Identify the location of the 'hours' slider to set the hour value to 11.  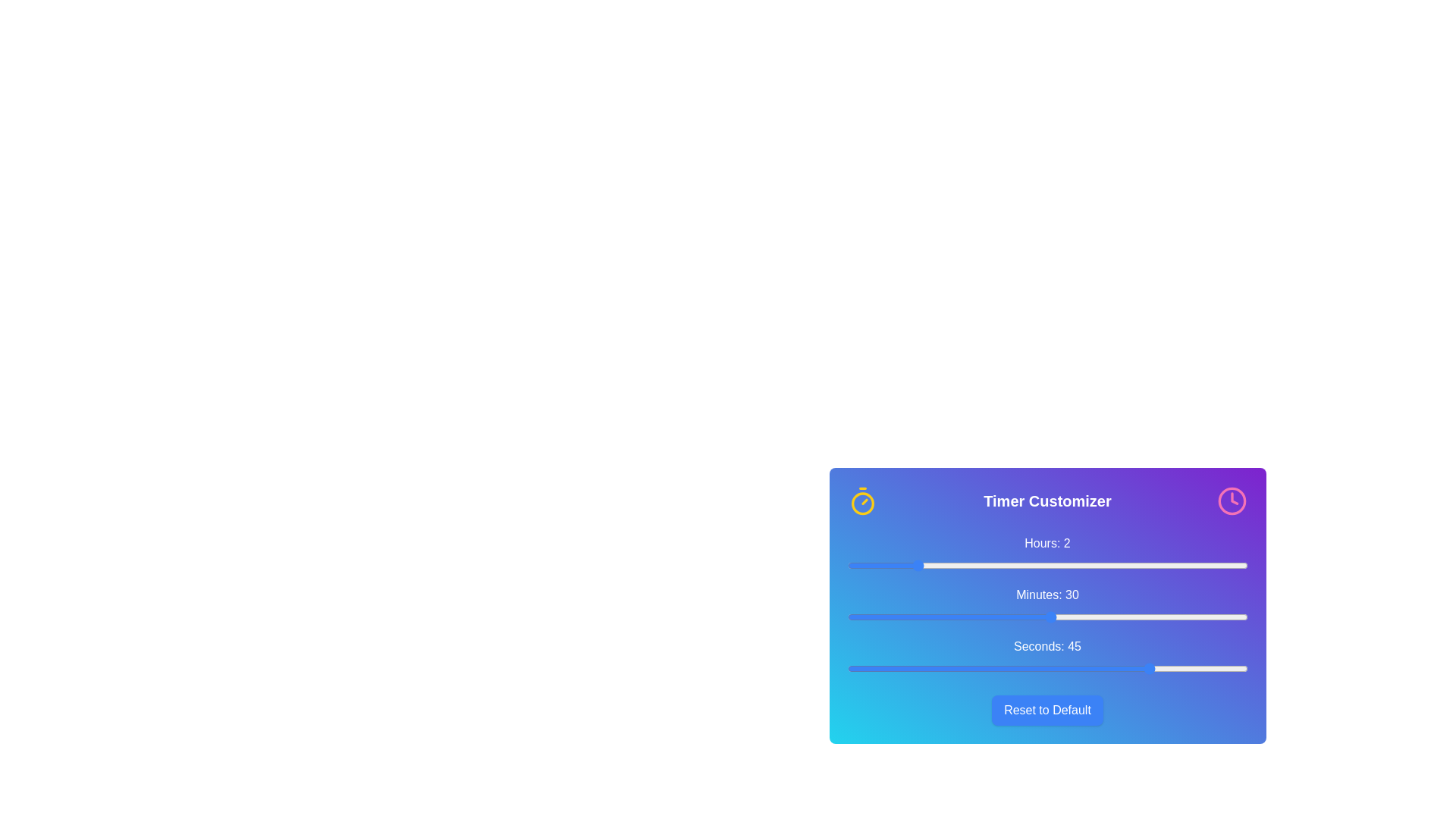
(1214, 565).